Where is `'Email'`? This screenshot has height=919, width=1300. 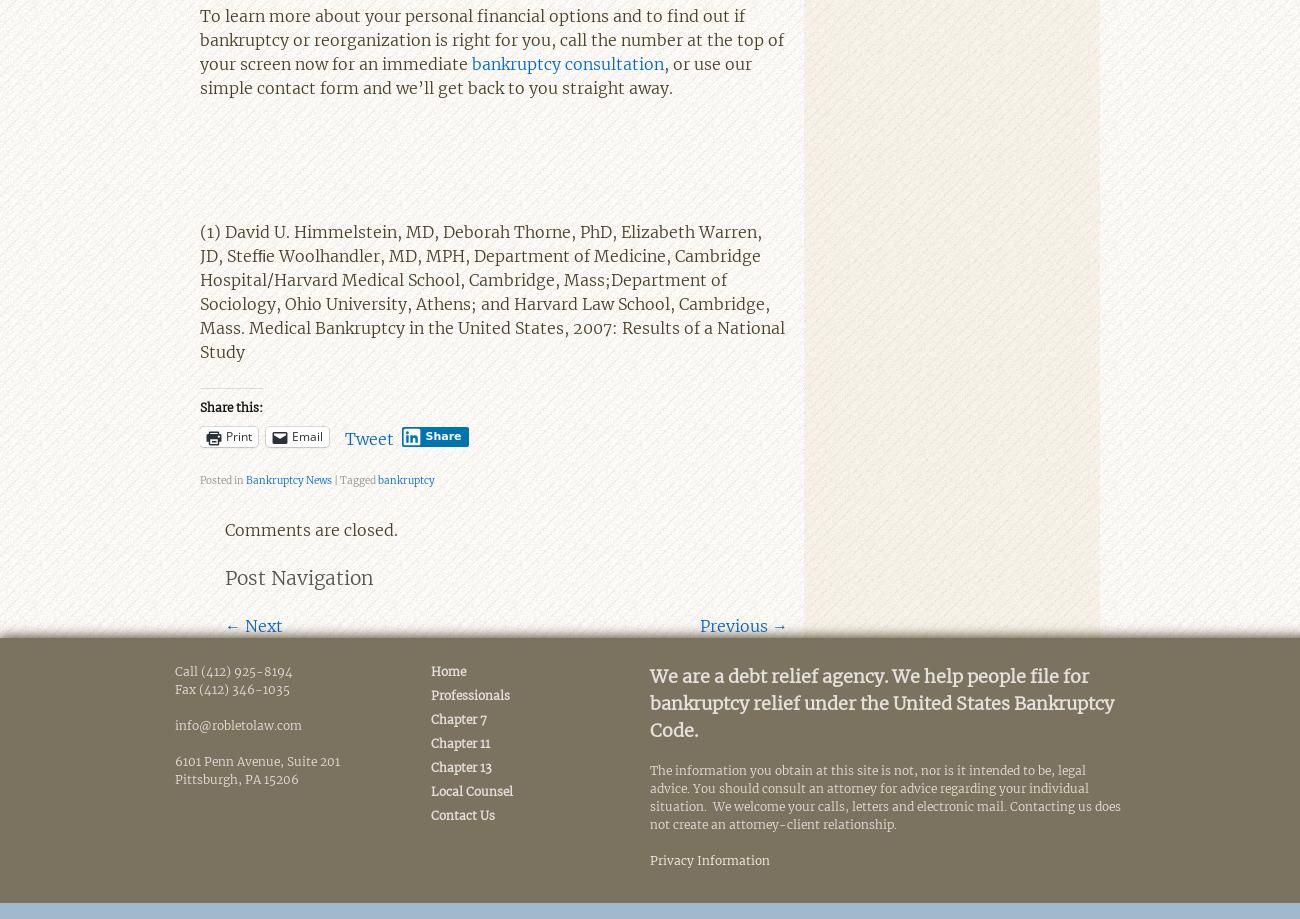
'Email' is located at coordinates (291, 436).